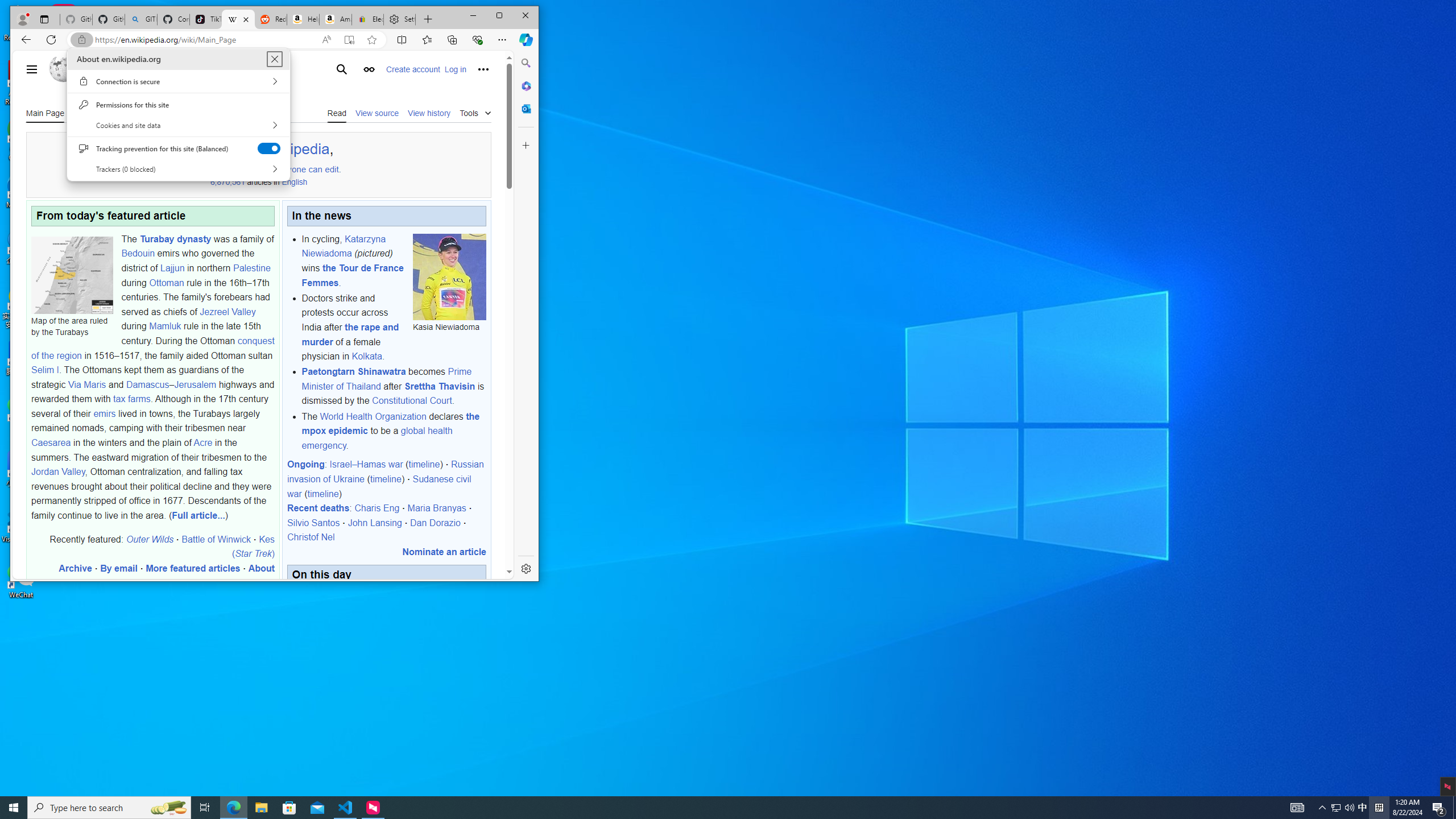 The height and width of the screenshot is (819, 1456). I want to click on 'Prime Minister of Thailand', so click(386, 379).